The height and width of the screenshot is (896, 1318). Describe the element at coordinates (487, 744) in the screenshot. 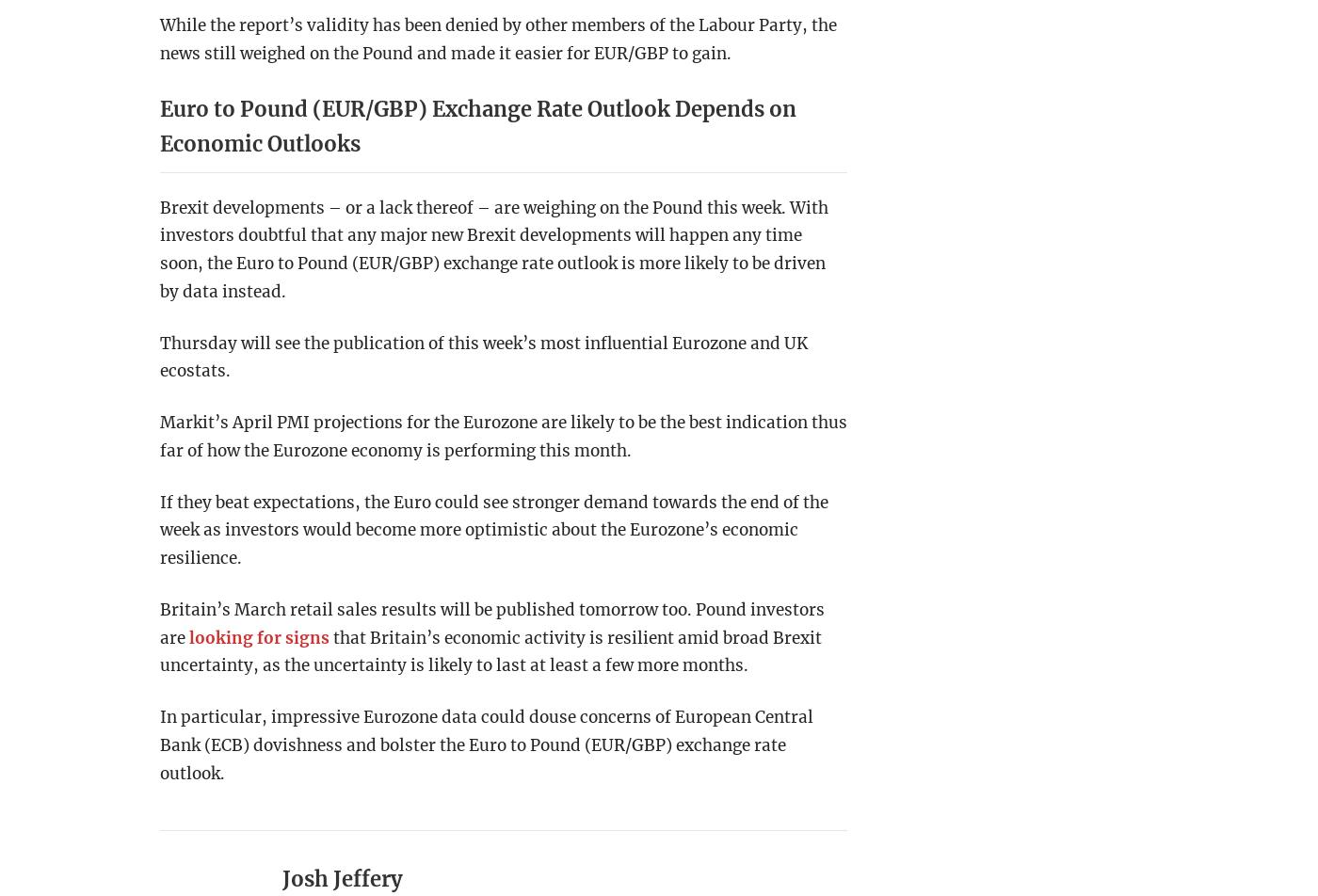

I see `'In particular, impressive Eurozone data could douse concerns of European Central Bank (ECB) dovishness and bolster the Euro to Pound (EUR/GBP) exchange rate outlook.'` at that location.